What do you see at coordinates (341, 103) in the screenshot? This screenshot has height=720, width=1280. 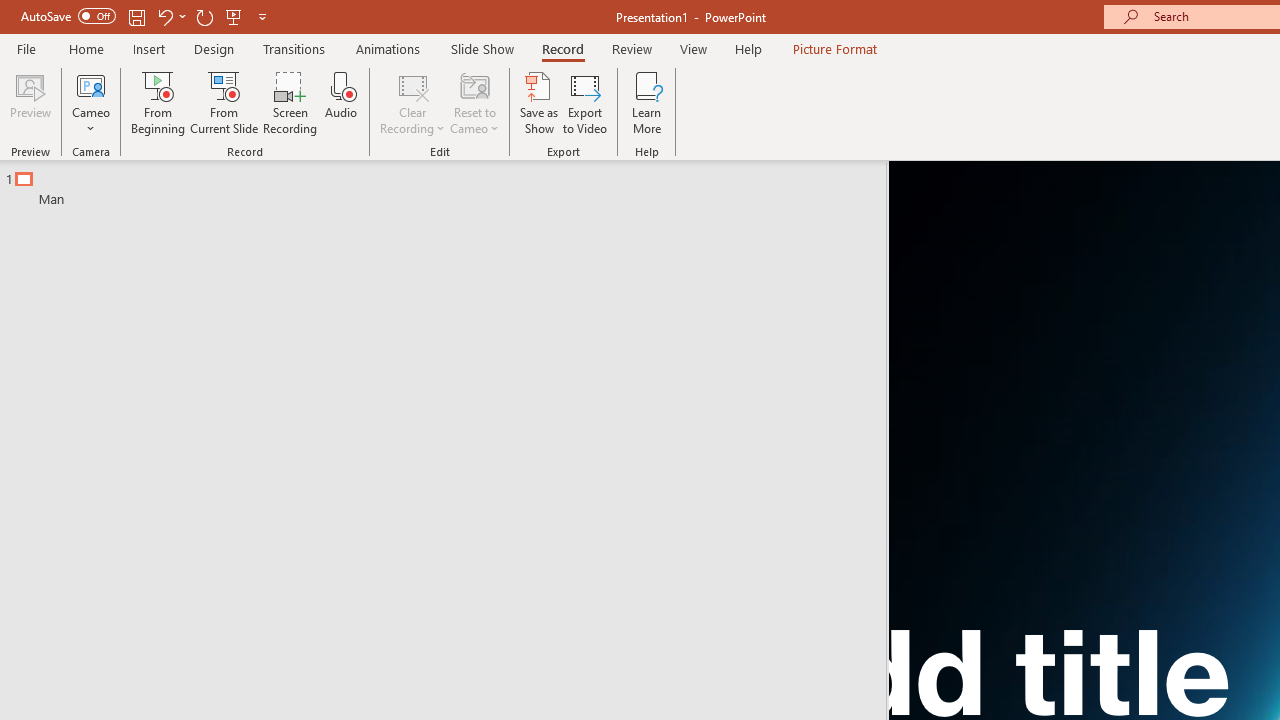 I see `'Audio'` at bounding box center [341, 103].